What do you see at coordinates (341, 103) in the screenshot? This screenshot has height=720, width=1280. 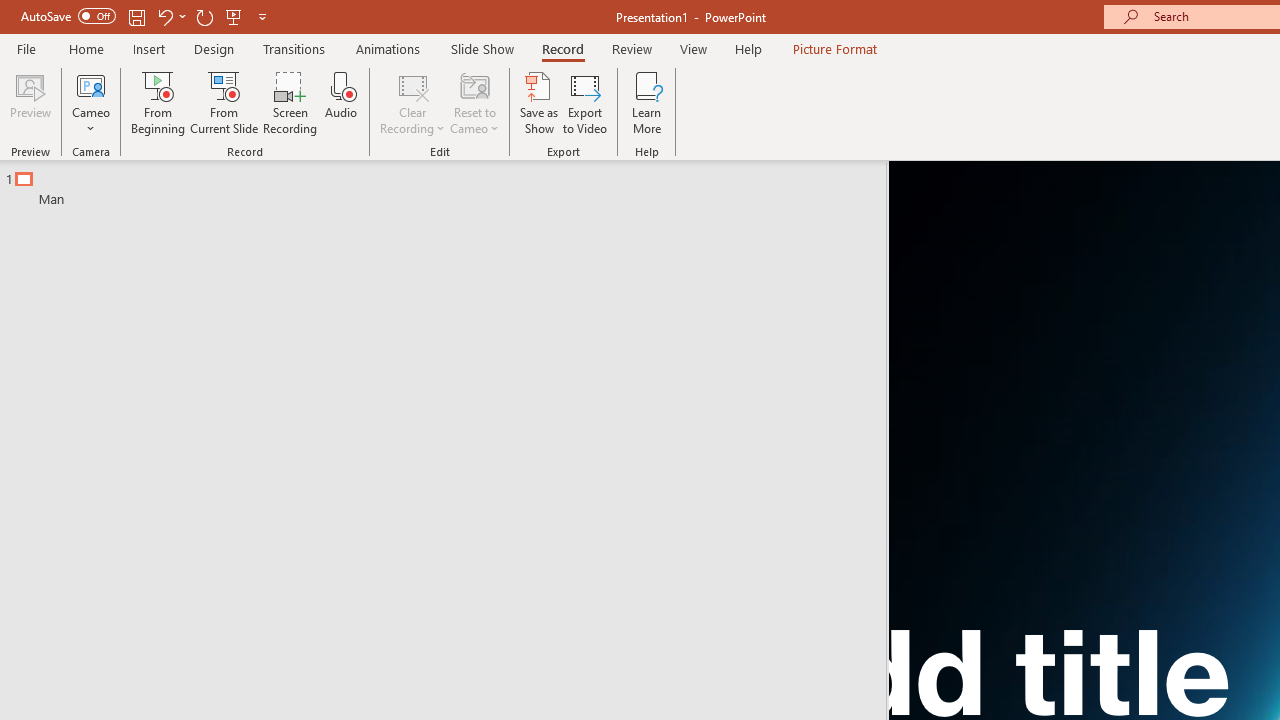 I see `'Audio'` at bounding box center [341, 103].